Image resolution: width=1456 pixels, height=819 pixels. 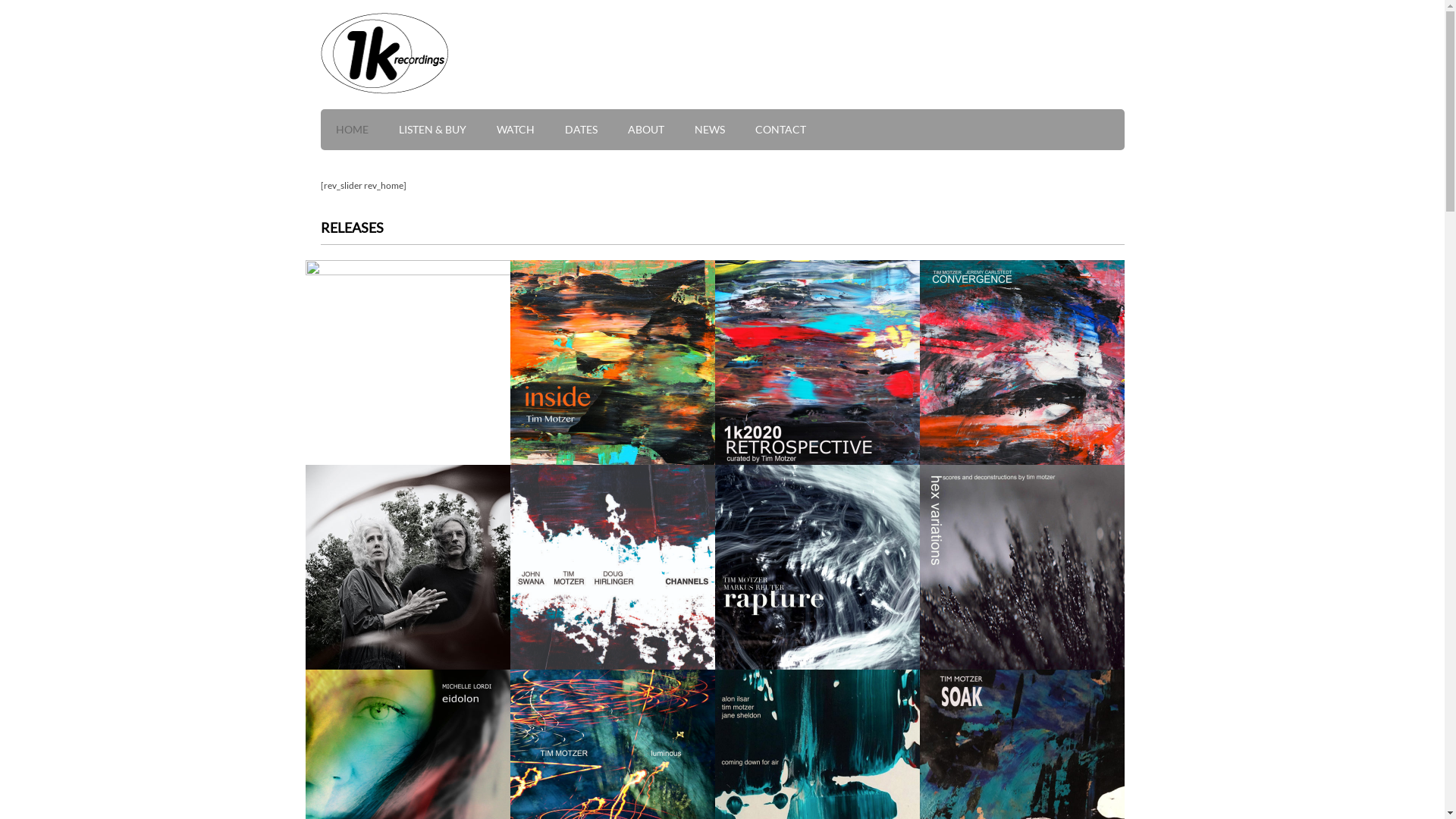 What do you see at coordinates (366, 137) in the screenshot?
I see `'HOME'` at bounding box center [366, 137].